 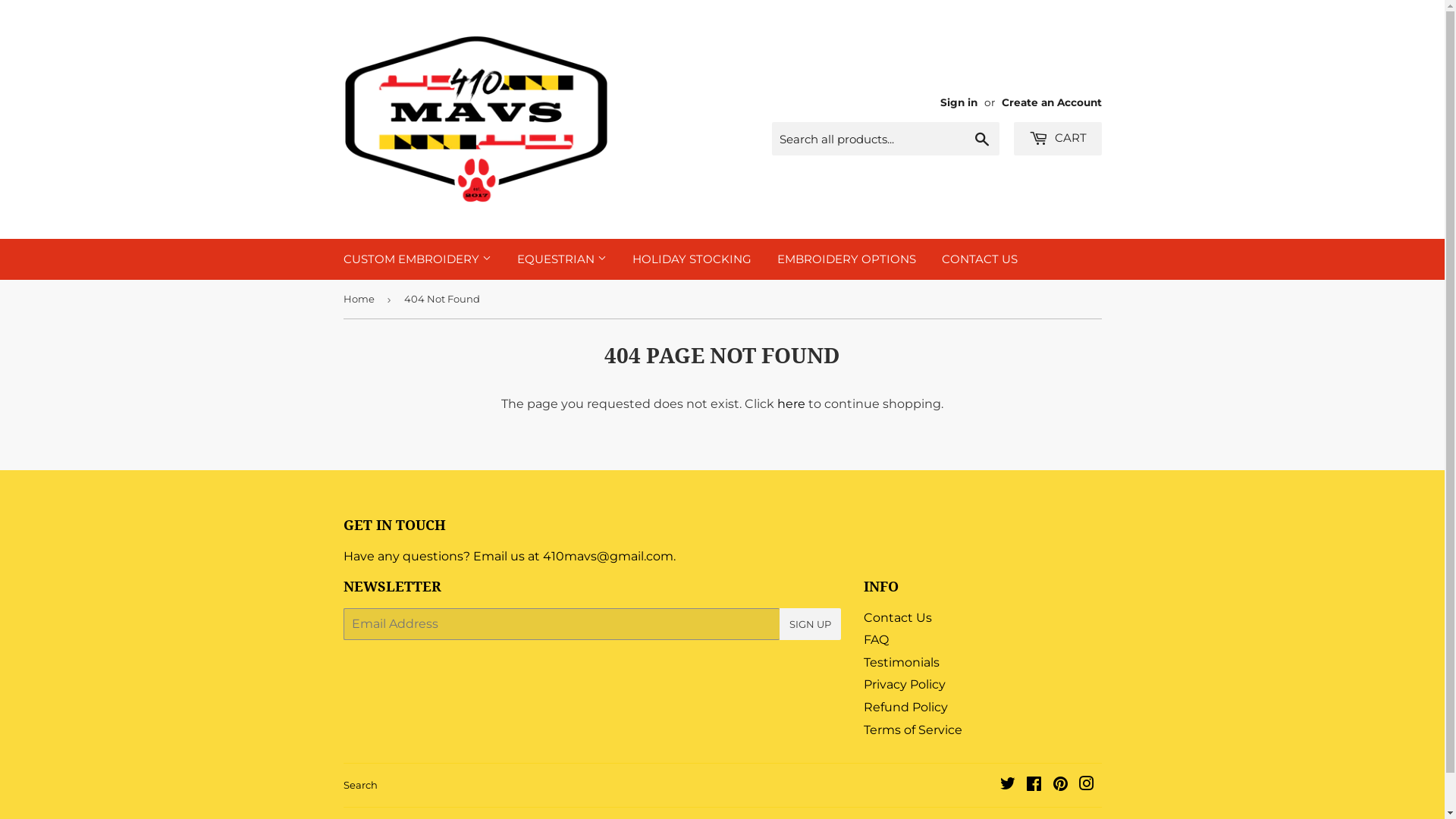 What do you see at coordinates (341, 299) in the screenshot?
I see `'Home'` at bounding box center [341, 299].